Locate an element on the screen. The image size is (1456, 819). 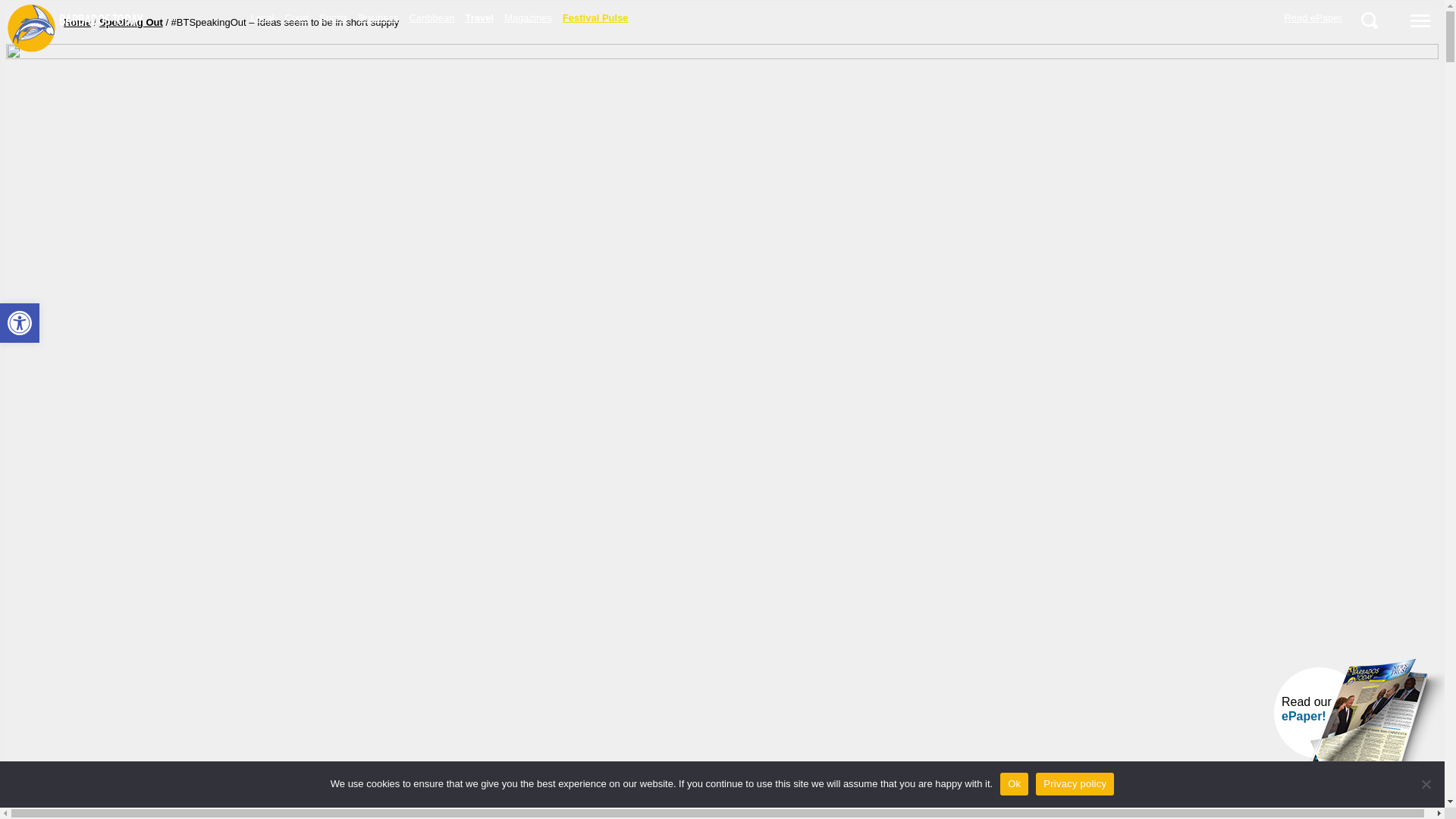
'Business' is located at coordinates (378, 17).